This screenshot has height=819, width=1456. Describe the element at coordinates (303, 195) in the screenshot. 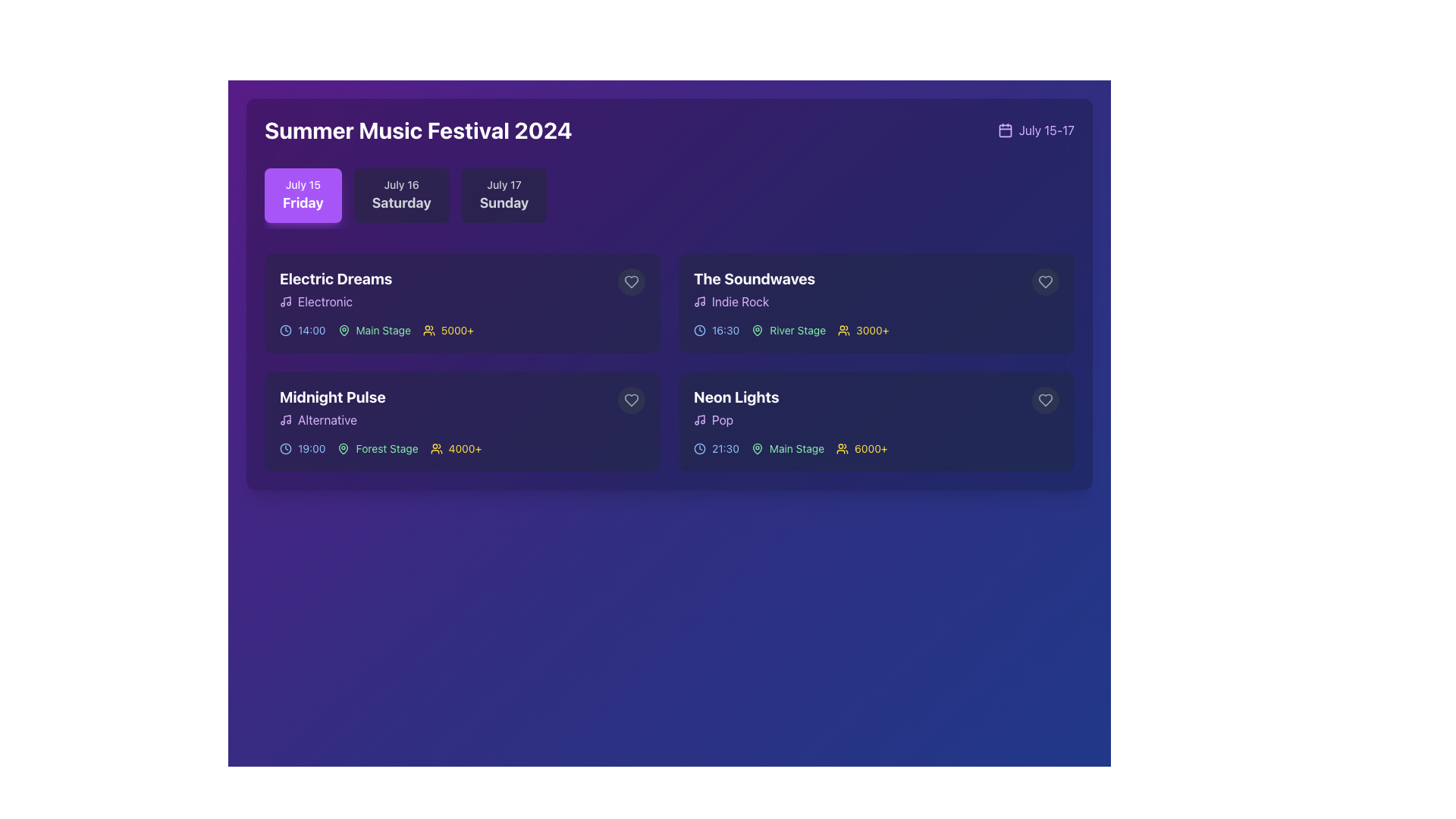

I see `the selectable button for July 15` at that location.